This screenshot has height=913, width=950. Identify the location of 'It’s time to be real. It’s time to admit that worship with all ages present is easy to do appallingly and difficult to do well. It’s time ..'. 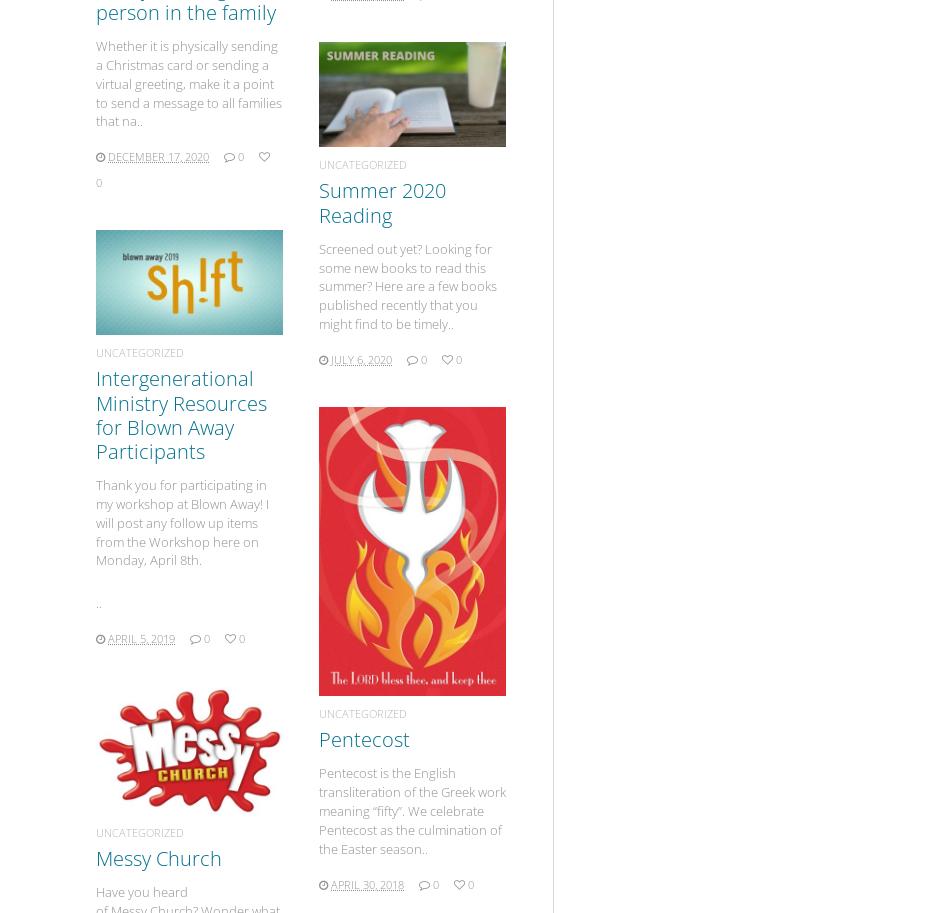
(202, 468).